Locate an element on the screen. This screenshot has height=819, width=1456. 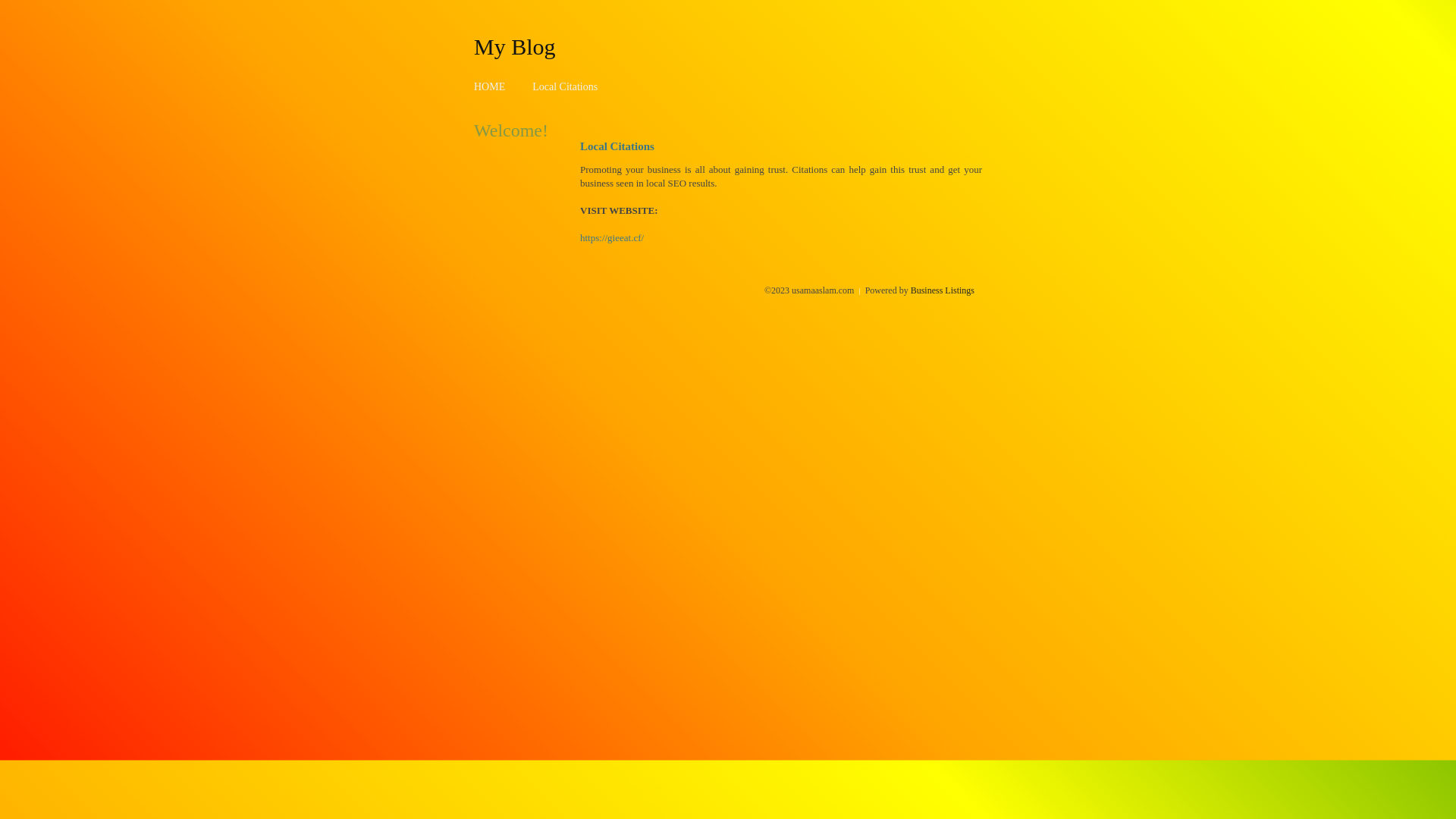
'https://gieeat.cf/' is located at coordinates (611, 237).